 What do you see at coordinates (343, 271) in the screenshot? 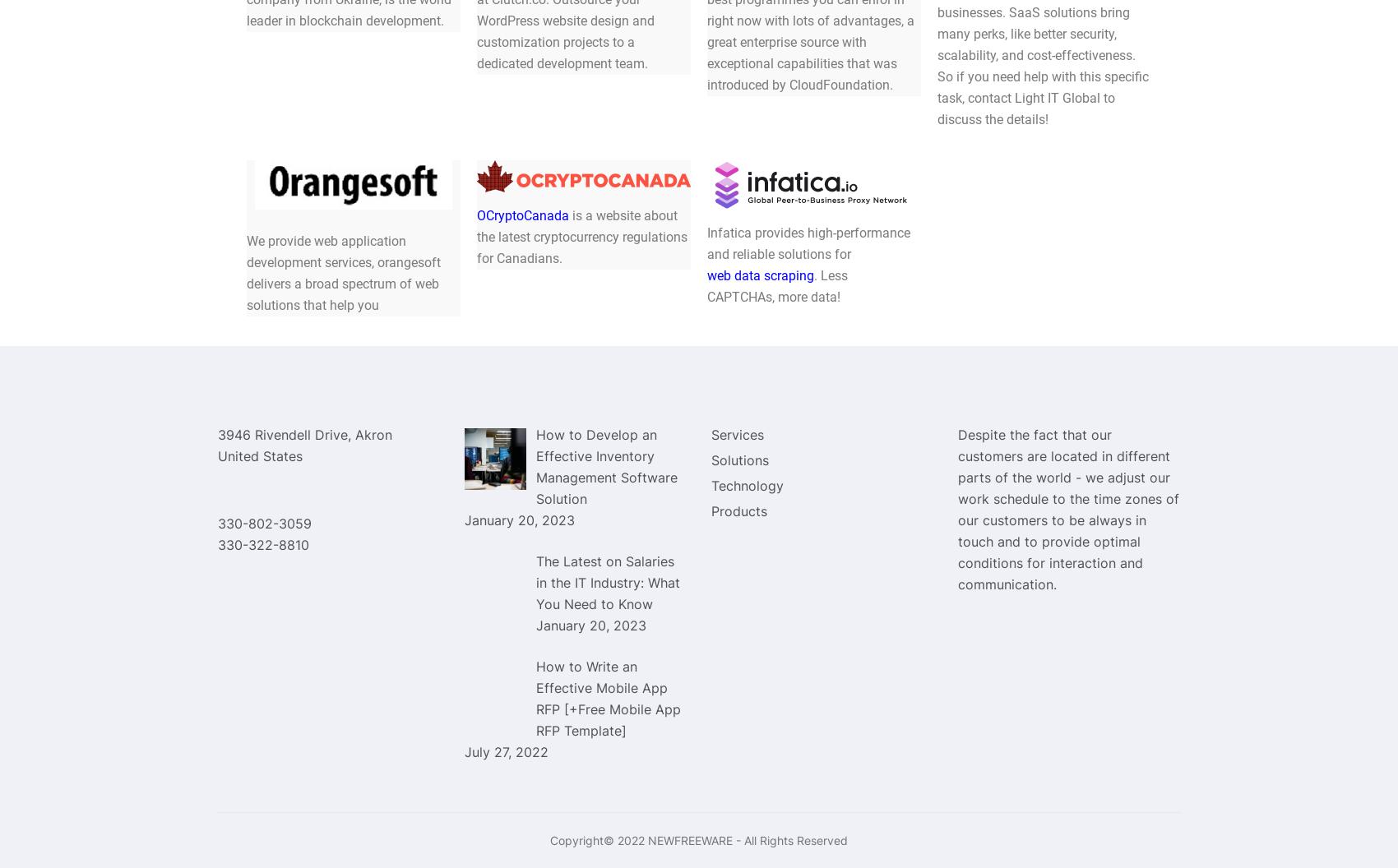
I see `'We provide web application development services, orangesoft delivers a broad spectrum of web solutions that help you'` at bounding box center [343, 271].